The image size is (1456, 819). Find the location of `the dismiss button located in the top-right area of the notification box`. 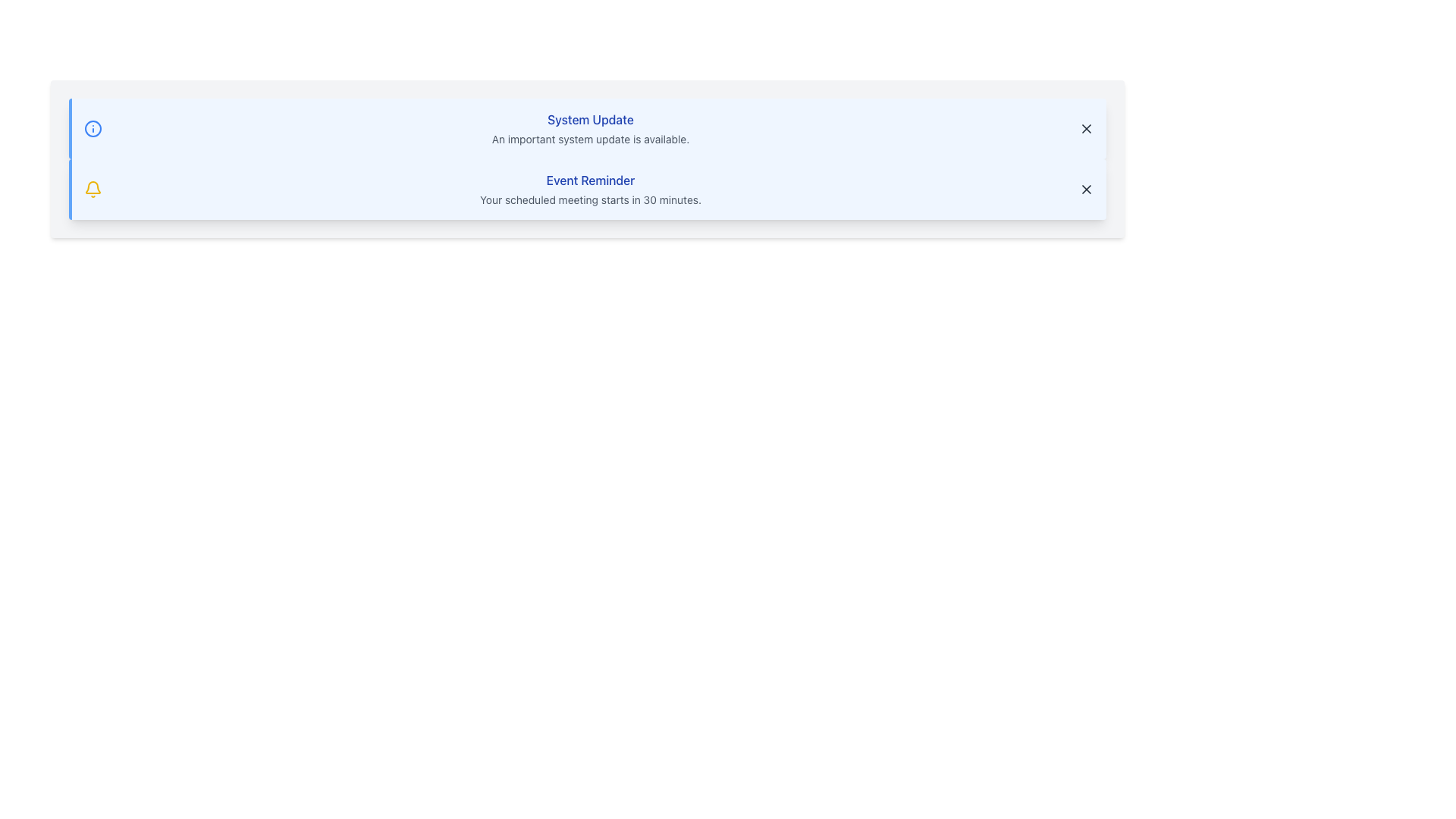

the dismiss button located in the top-right area of the notification box is located at coordinates (1086, 189).